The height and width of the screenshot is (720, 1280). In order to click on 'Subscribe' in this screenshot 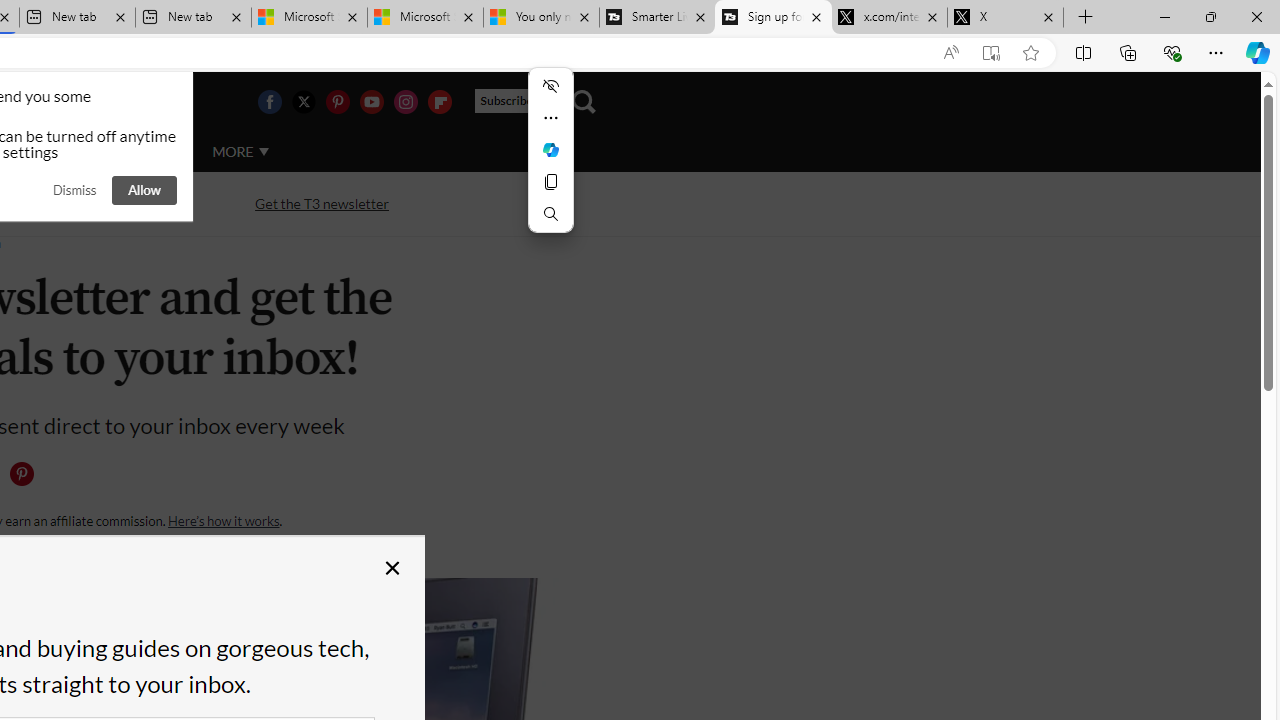, I will do `click(514, 101)`.